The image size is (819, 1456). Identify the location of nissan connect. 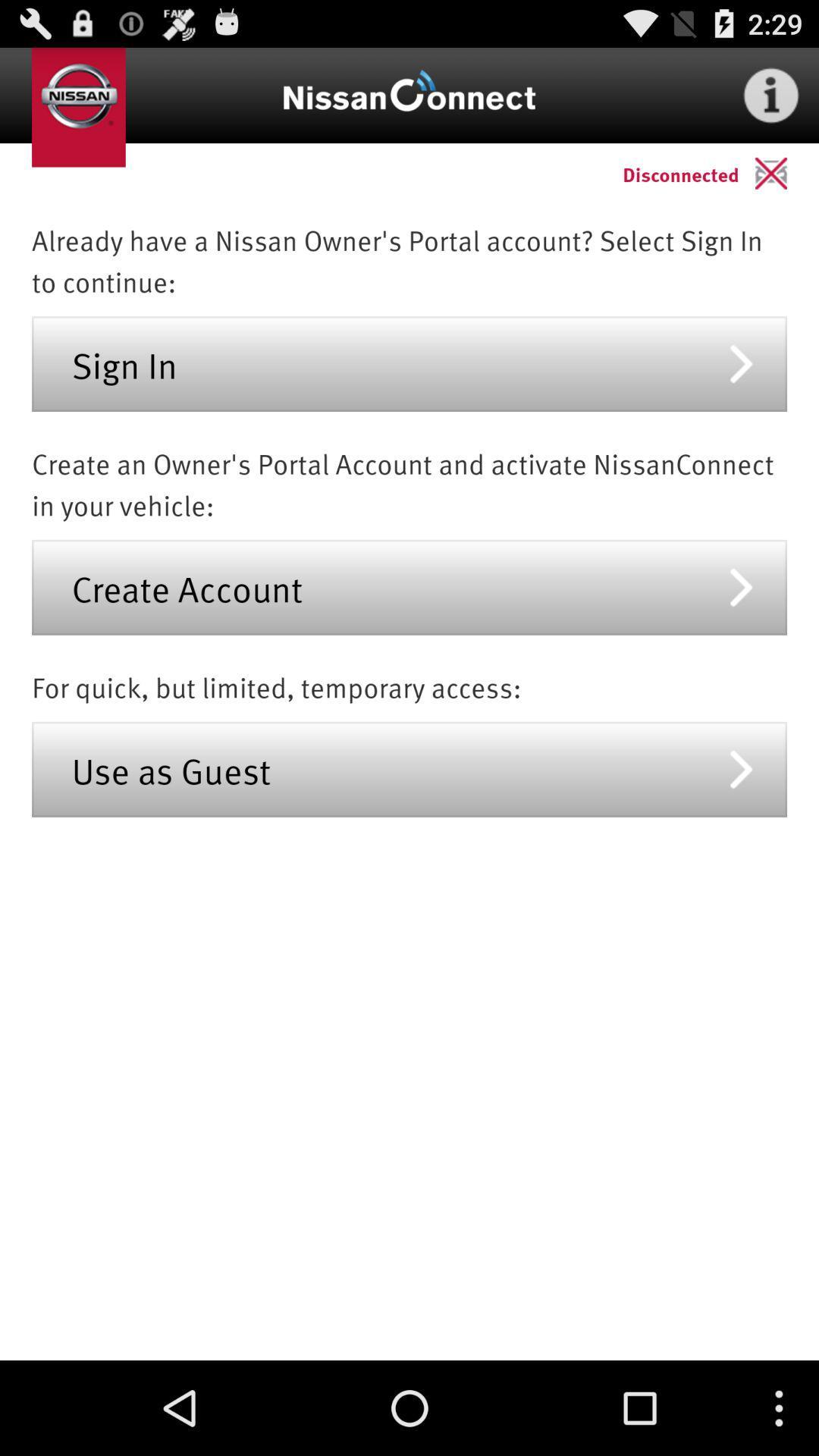
(409, 94).